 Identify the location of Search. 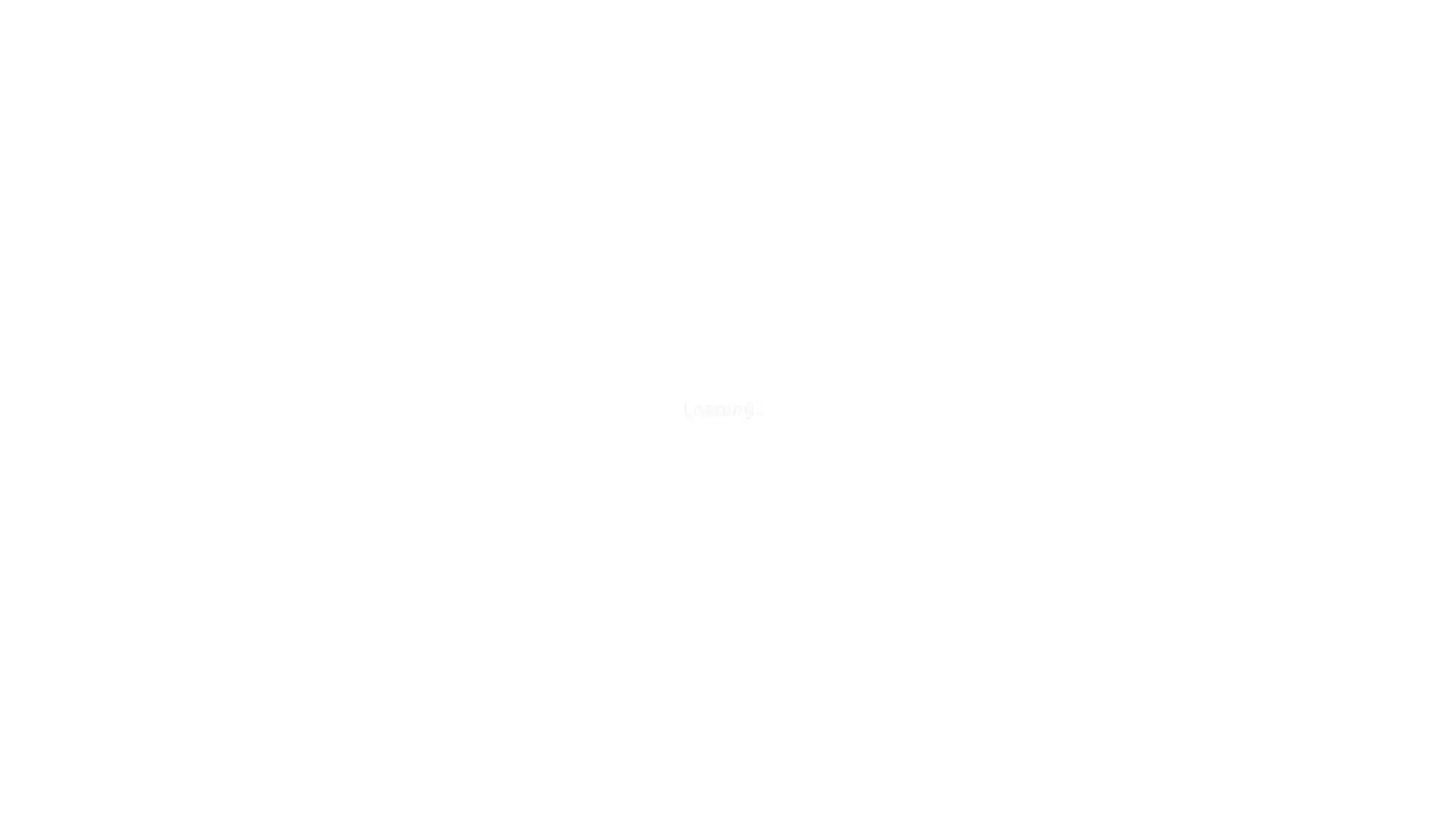
(386, 42).